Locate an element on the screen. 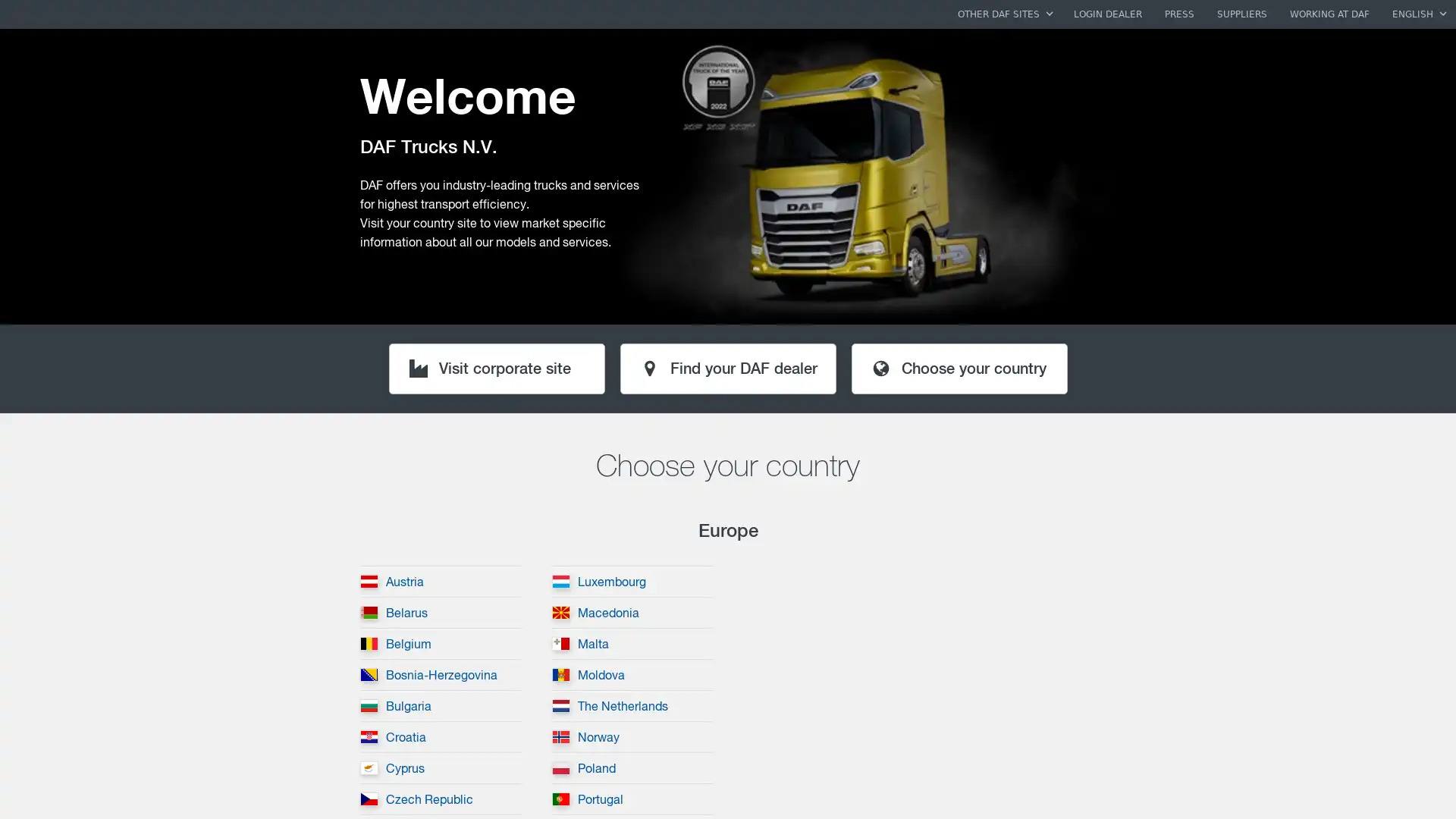  Find your DAF dealer is located at coordinates (726, 369).